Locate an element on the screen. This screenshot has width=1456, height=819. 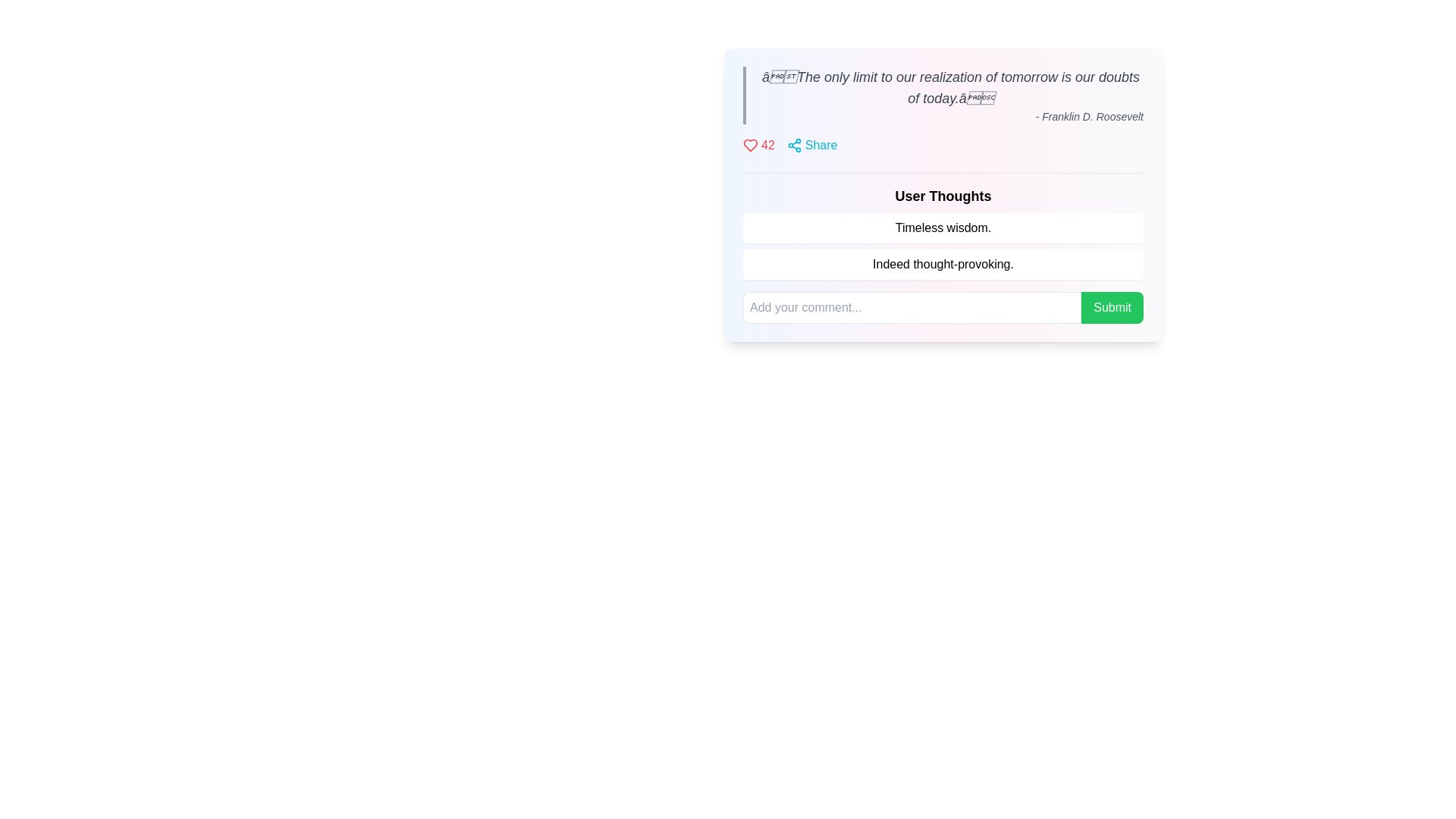
the interactive label or button that combines a heart icon with the number '42' in red text, located to the left of the 'Share' icon is located at coordinates (758, 146).